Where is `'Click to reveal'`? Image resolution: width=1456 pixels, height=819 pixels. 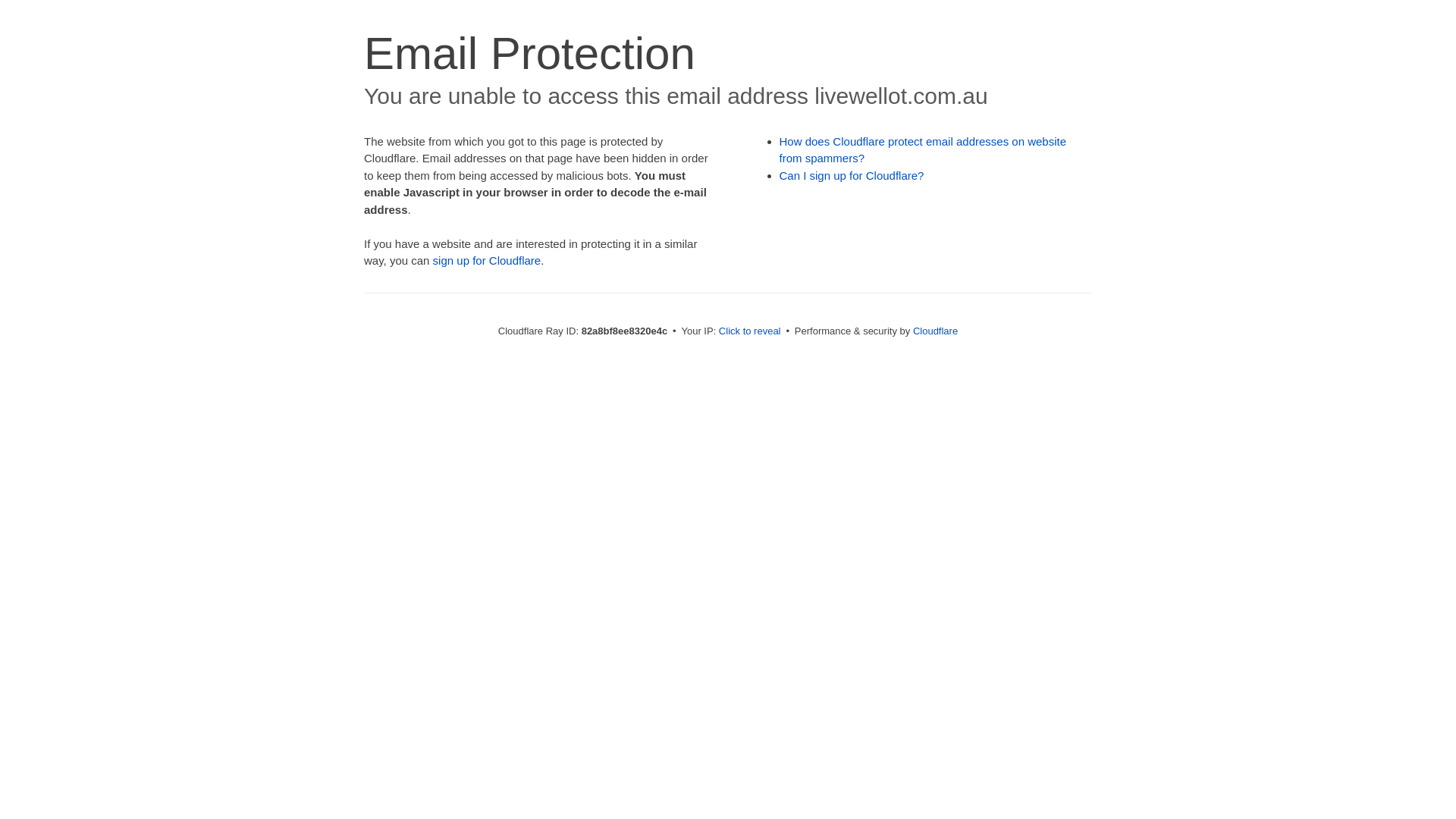 'Click to reveal' is located at coordinates (749, 330).